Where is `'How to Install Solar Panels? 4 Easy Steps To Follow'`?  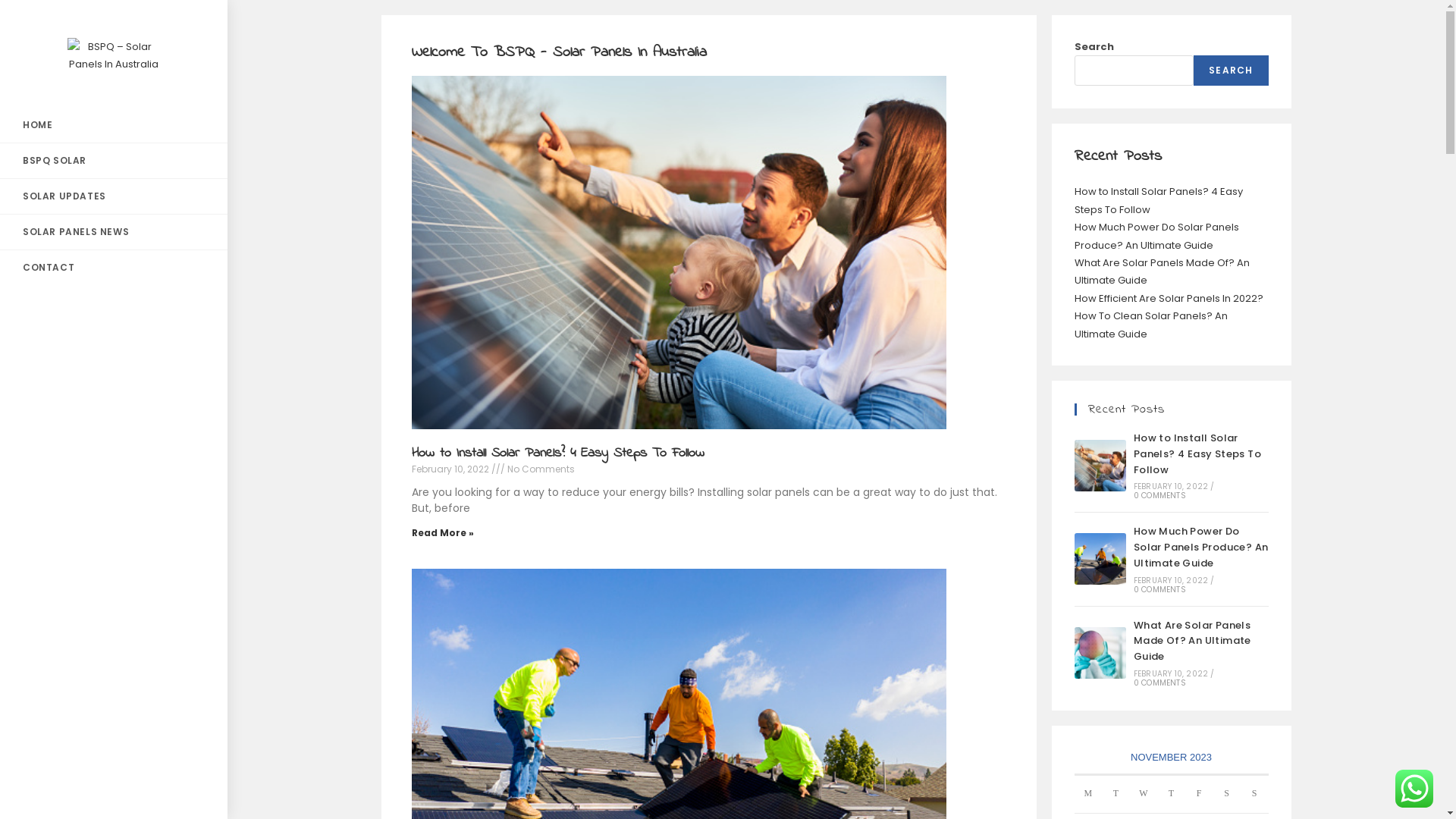 'How to Install Solar Panels? 4 Easy Steps To Follow' is located at coordinates (1073, 199).